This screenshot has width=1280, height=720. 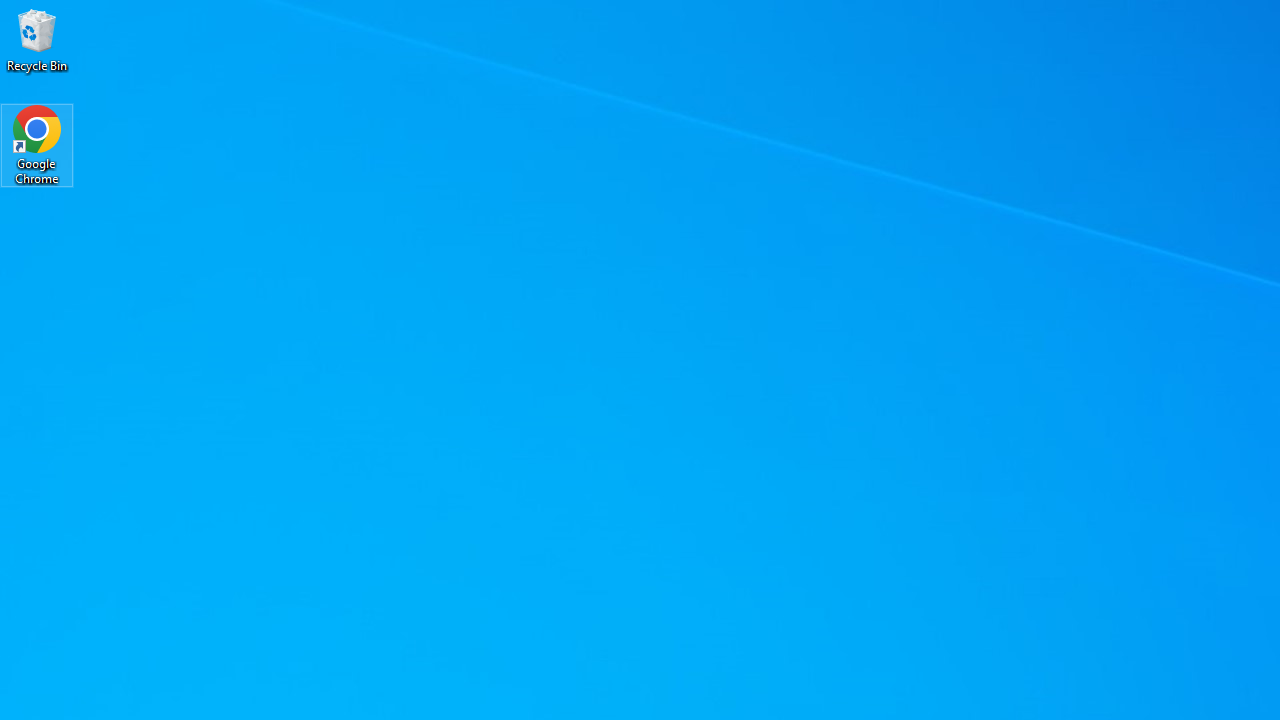 What do you see at coordinates (37, 39) in the screenshot?
I see `'Recycle Bin'` at bounding box center [37, 39].